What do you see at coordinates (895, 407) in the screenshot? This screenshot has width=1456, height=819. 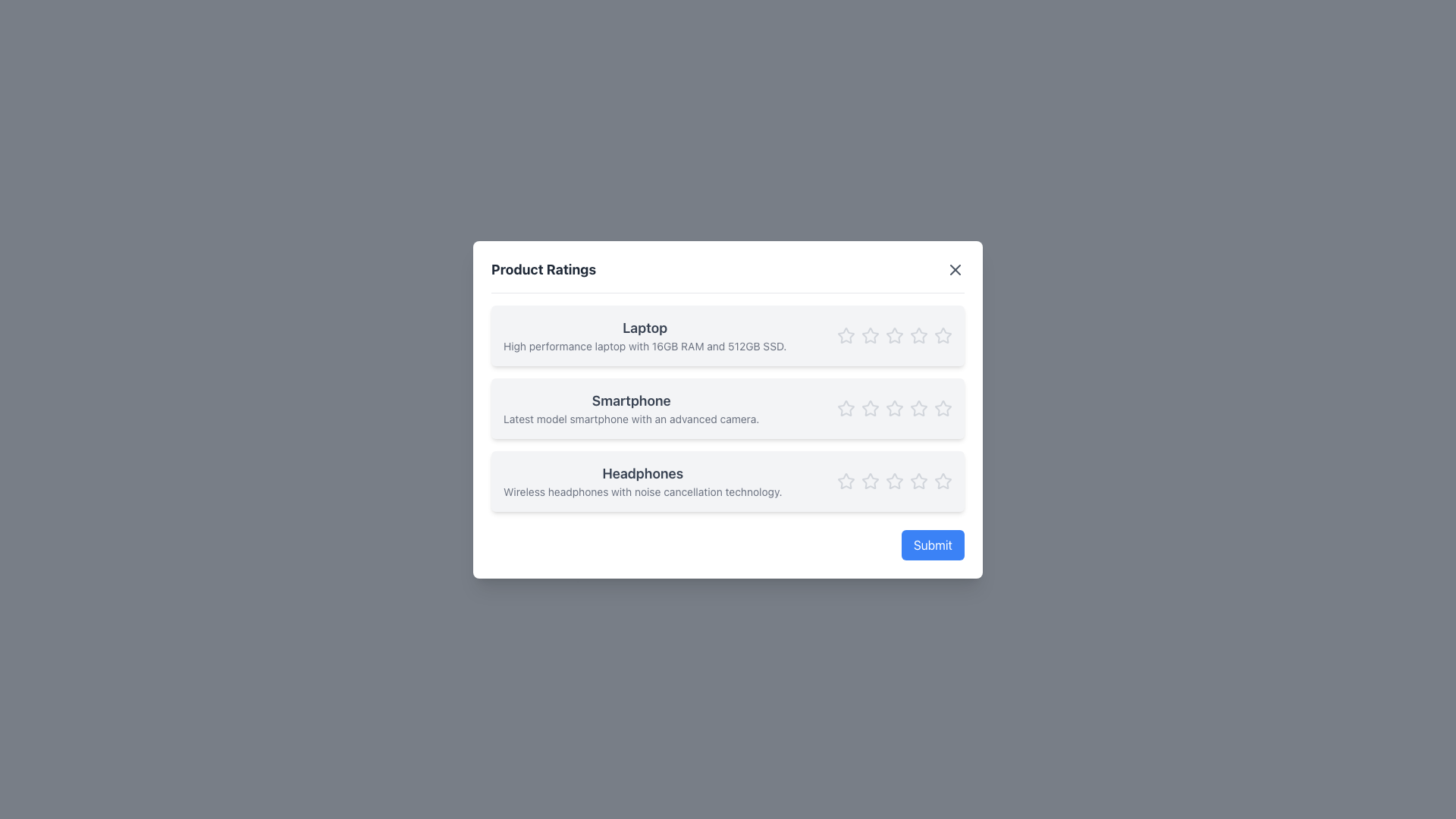 I see `each star icon in the Rating control located to the right of the 'Smartphone' label` at bounding box center [895, 407].